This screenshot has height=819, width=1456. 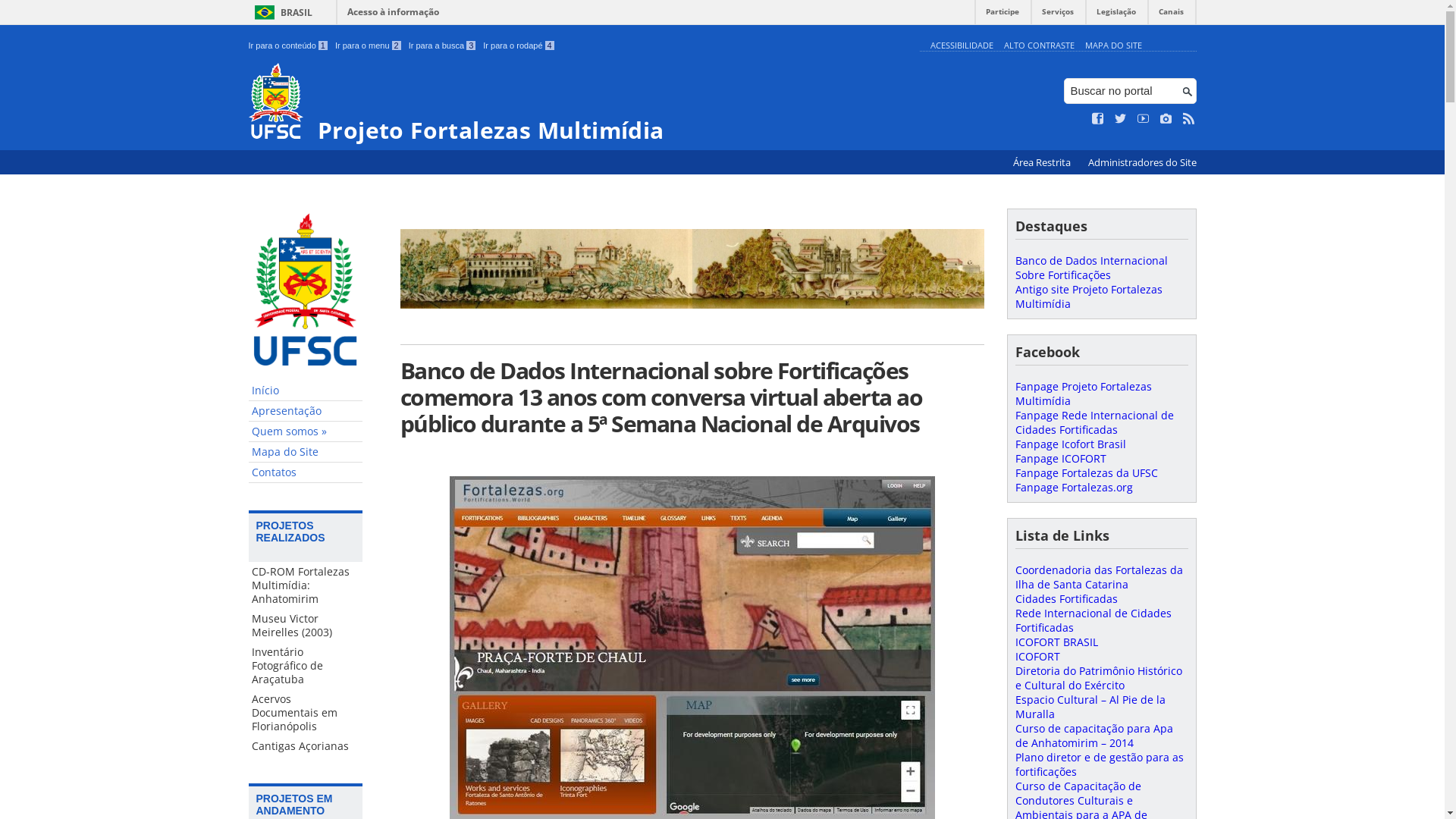 What do you see at coordinates (1121, 118) in the screenshot?
I see `'Siga no Twitter'` at bounding box center [1121, 118].